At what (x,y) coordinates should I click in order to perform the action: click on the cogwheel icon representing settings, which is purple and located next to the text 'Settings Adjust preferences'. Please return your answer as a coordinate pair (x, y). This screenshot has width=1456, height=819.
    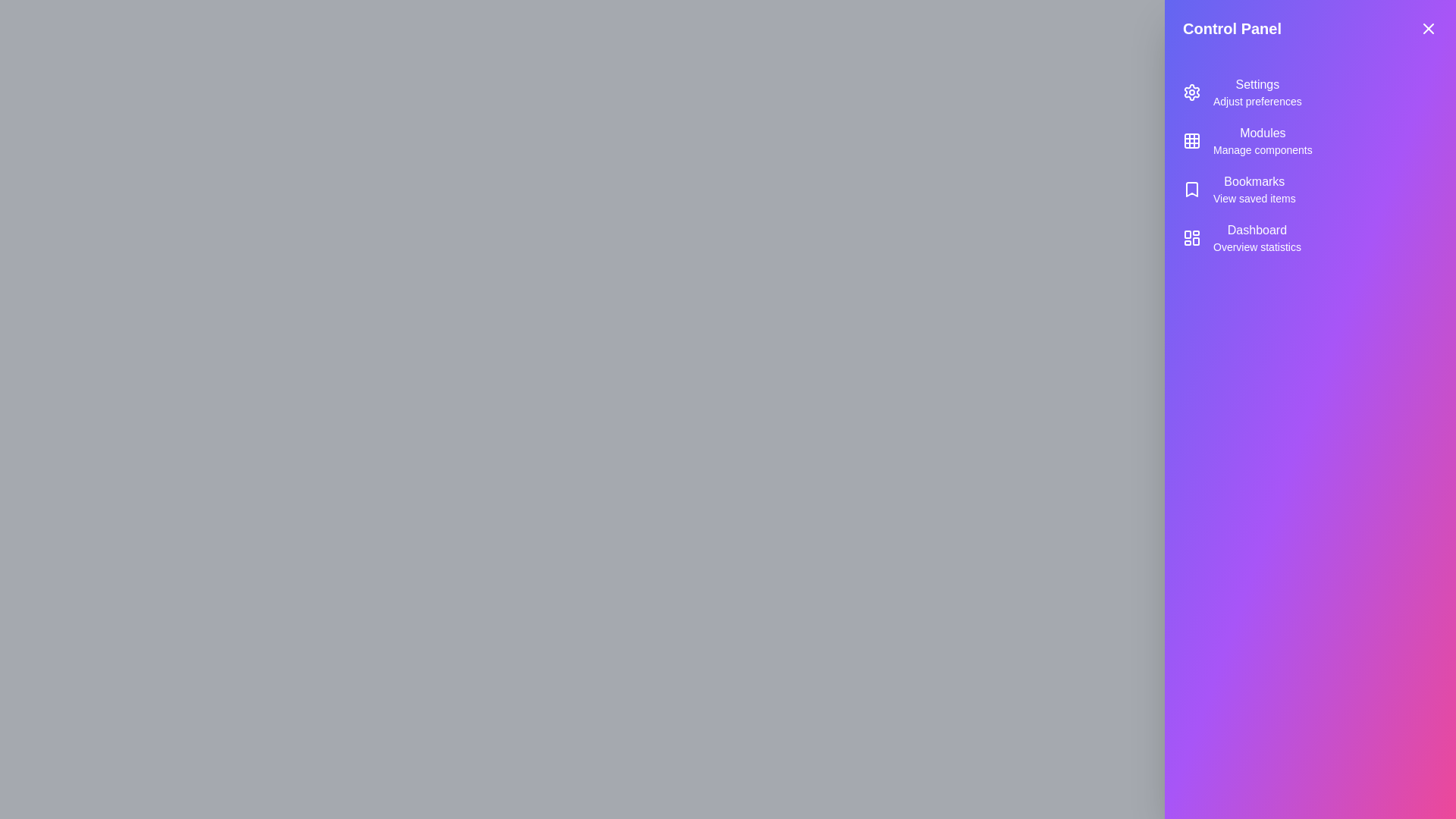
    Looking at the image, I should click on (1191, 93).